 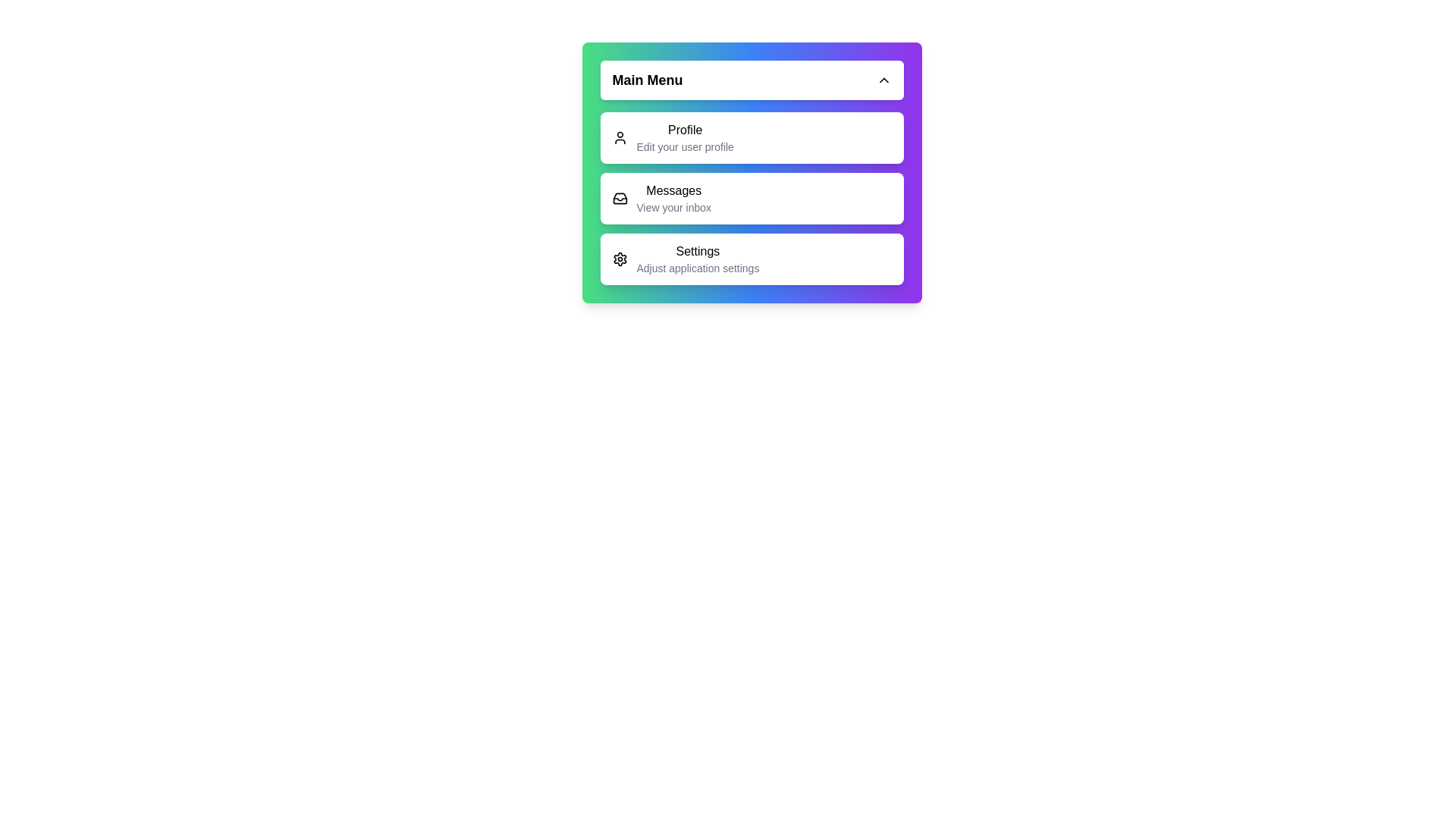 What do you see at coordinates (752, 80) in the screenshot?
I see `the menu header button to toggle the menu` at bounding box center [752, 80].